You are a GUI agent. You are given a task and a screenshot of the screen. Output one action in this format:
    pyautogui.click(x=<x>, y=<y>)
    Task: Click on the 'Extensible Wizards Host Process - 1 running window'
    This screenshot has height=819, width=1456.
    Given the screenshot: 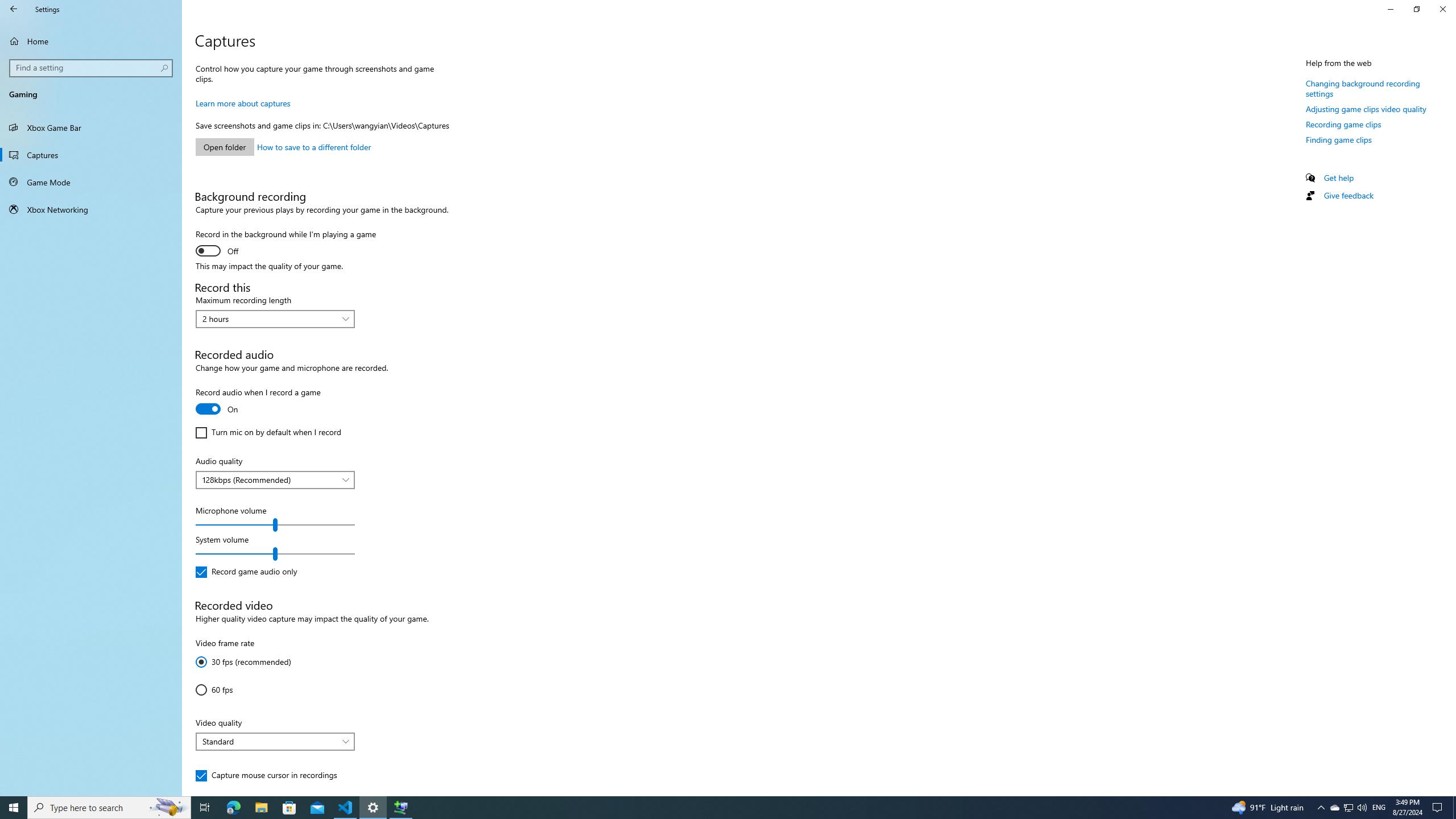 What is the action you would take?
    pyautogui.click(x=401, y=806)
    